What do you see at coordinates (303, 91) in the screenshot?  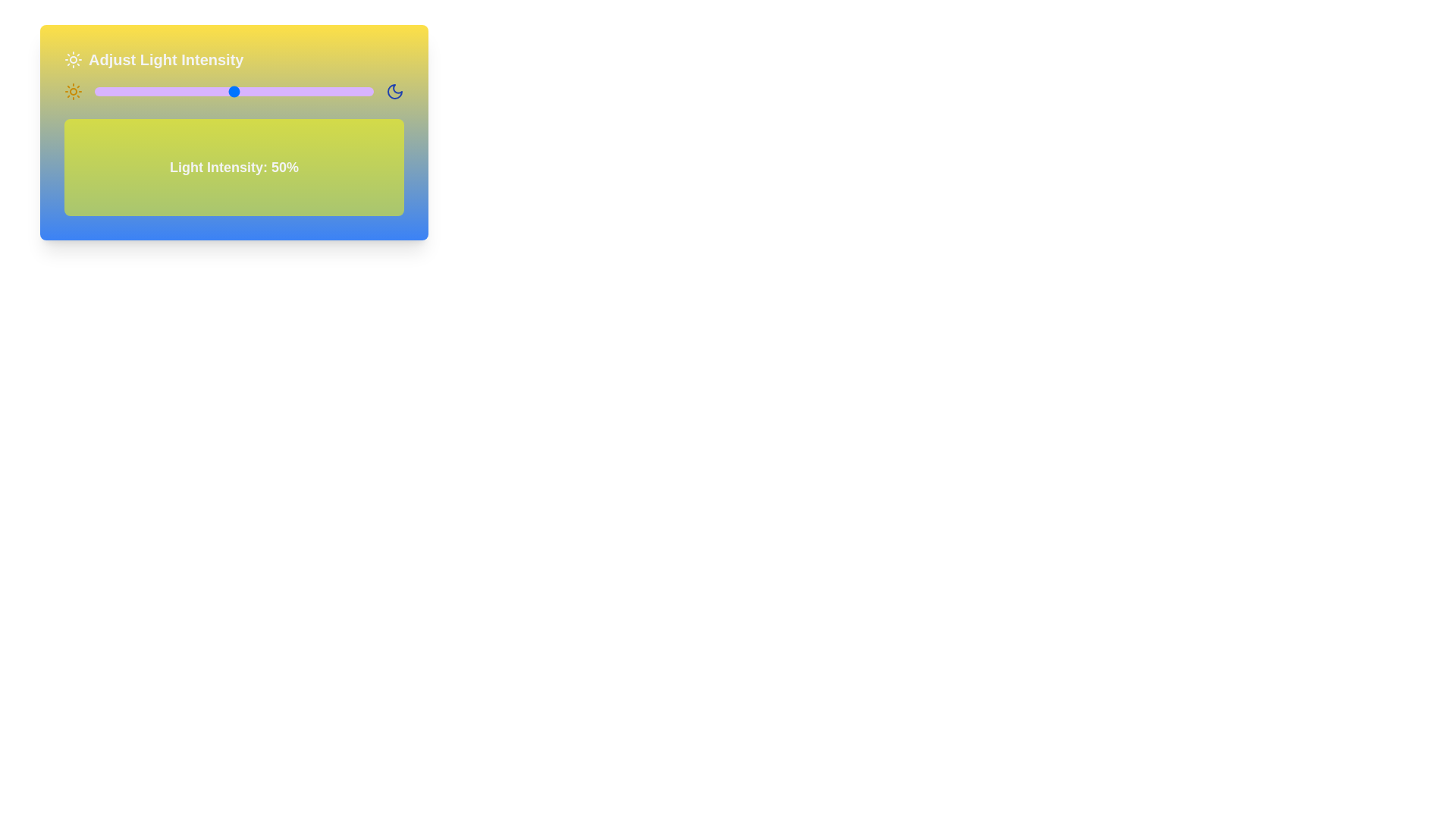 I see `the light intensity slider to 75% to observe the corresponding background changes` at bounding box center [303, 91].